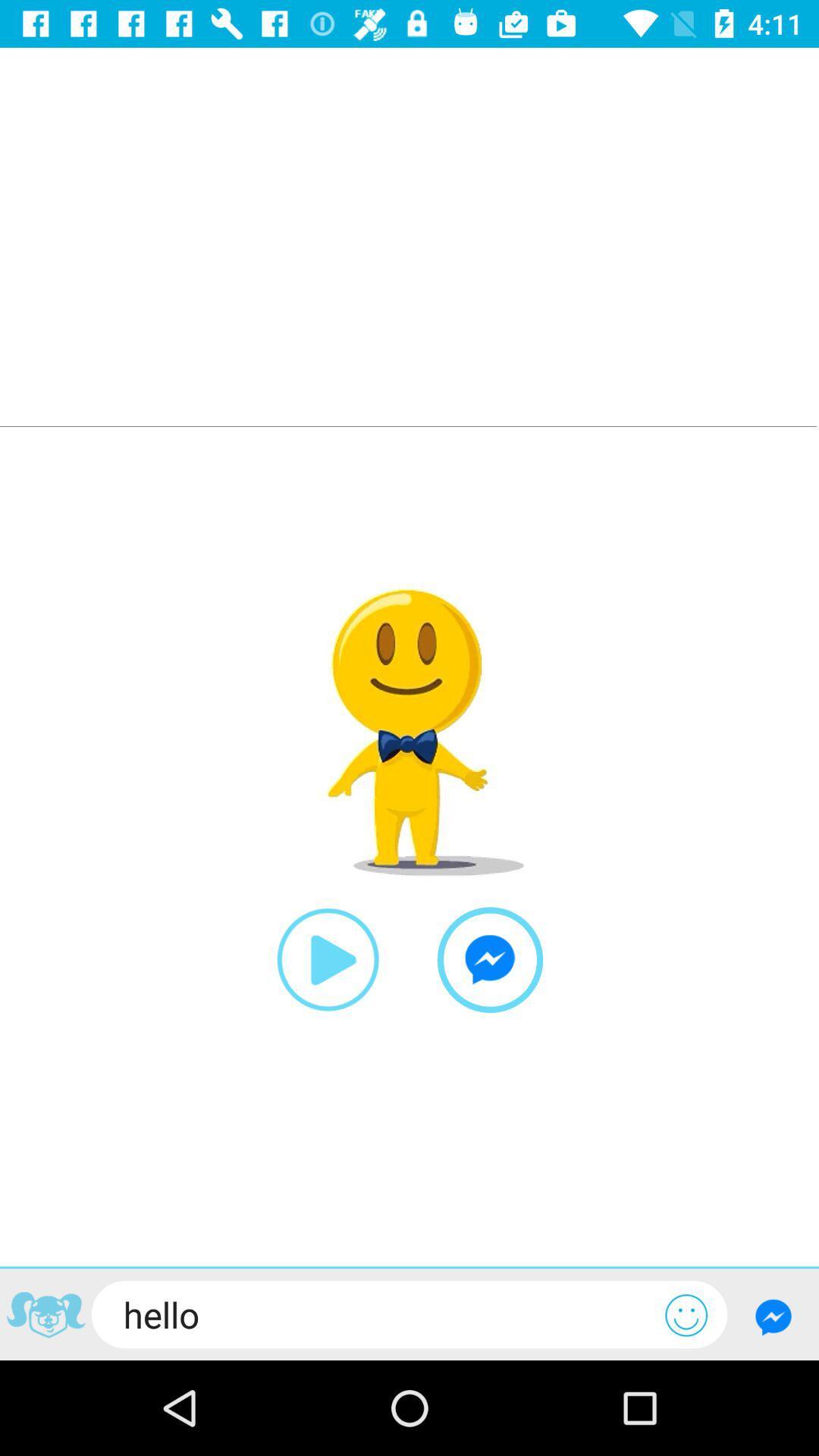 This screenshot has width=819, height=1456. I want to click on image page, so click(45, 1316).